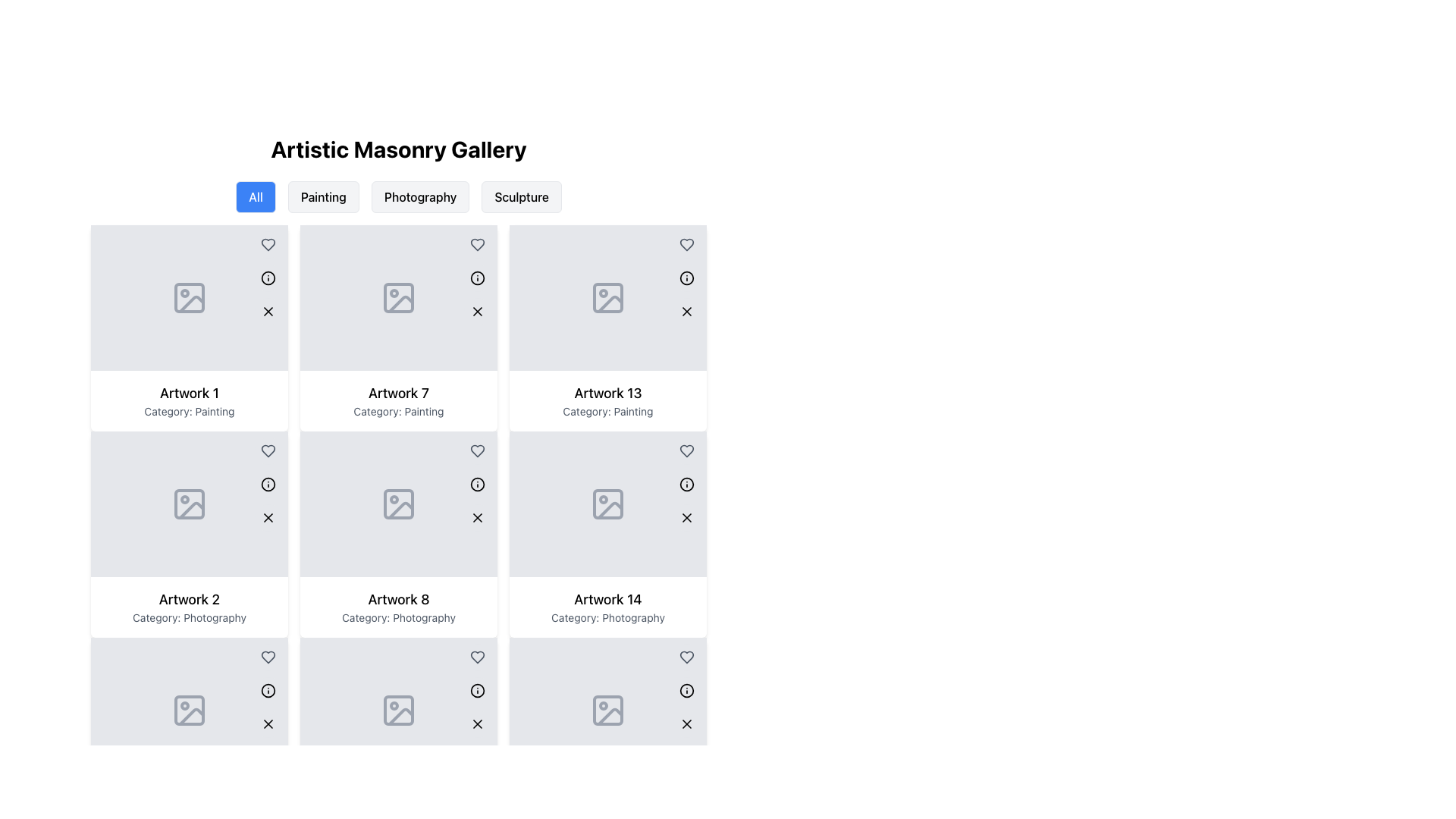 The height and width of the screenshot is (819, 1456). Describe the element at coordinates (268, 516) in the screenshot. I see `the 'X' icon located at the bottom-right corner of the 'Artwork 2' card` at that location.